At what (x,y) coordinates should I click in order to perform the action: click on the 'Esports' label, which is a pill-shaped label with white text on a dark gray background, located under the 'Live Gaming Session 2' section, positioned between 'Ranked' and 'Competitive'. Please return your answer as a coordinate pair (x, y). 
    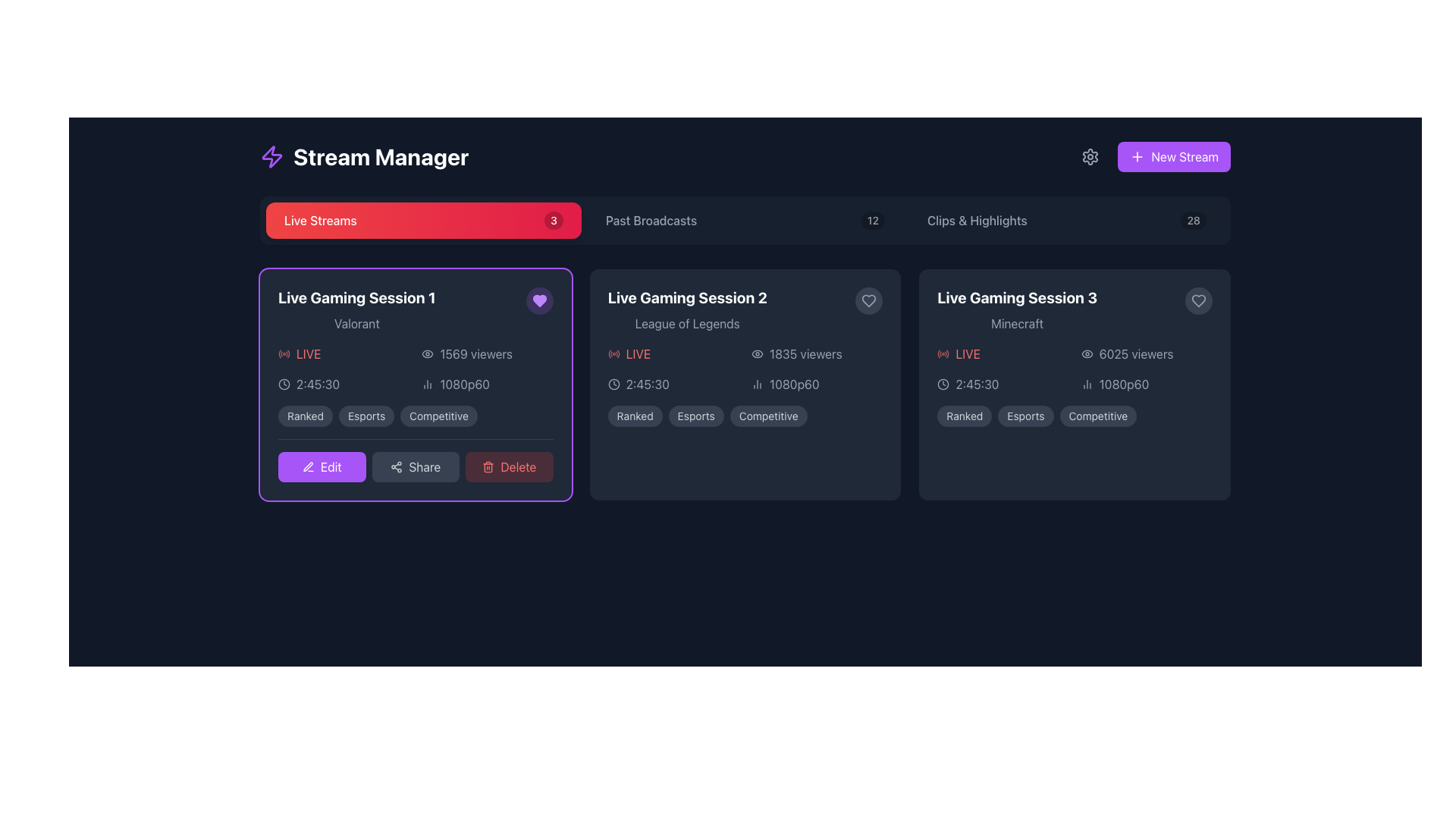
    Looking at the image, I should click on (695, 416).